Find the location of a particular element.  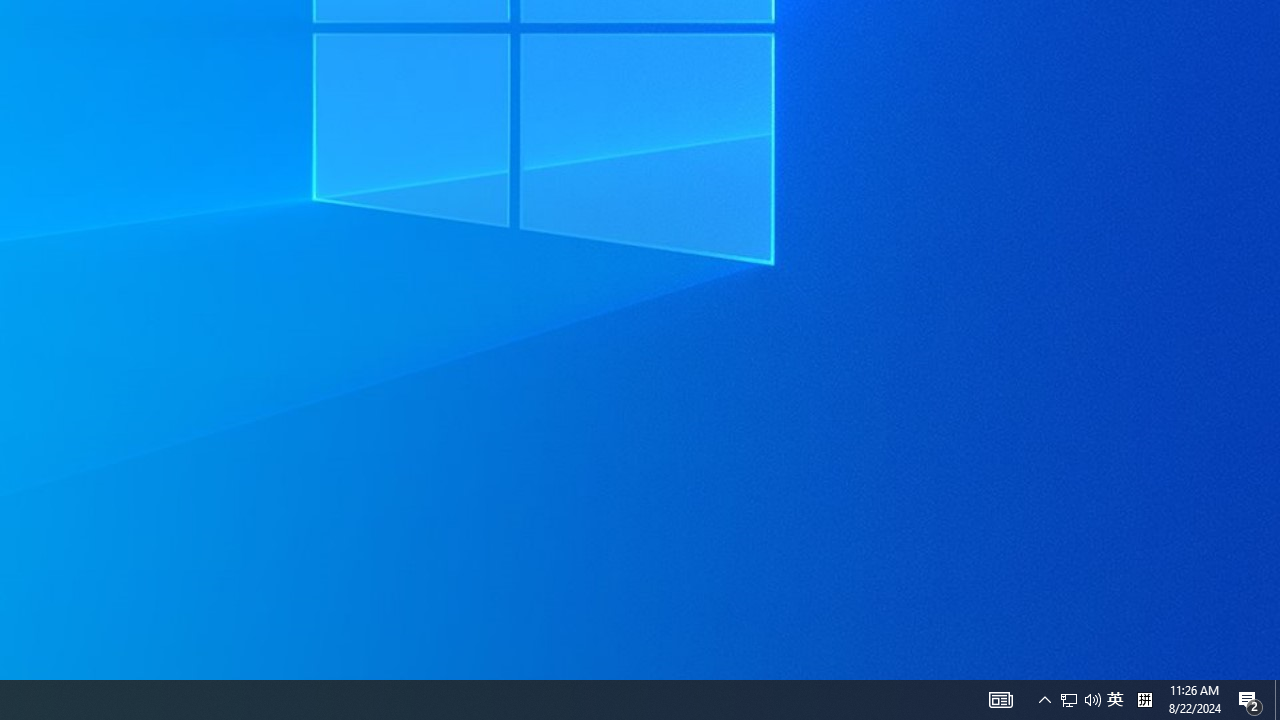

'User Promoted Notification Area' is located at coordinates (1114, 698).